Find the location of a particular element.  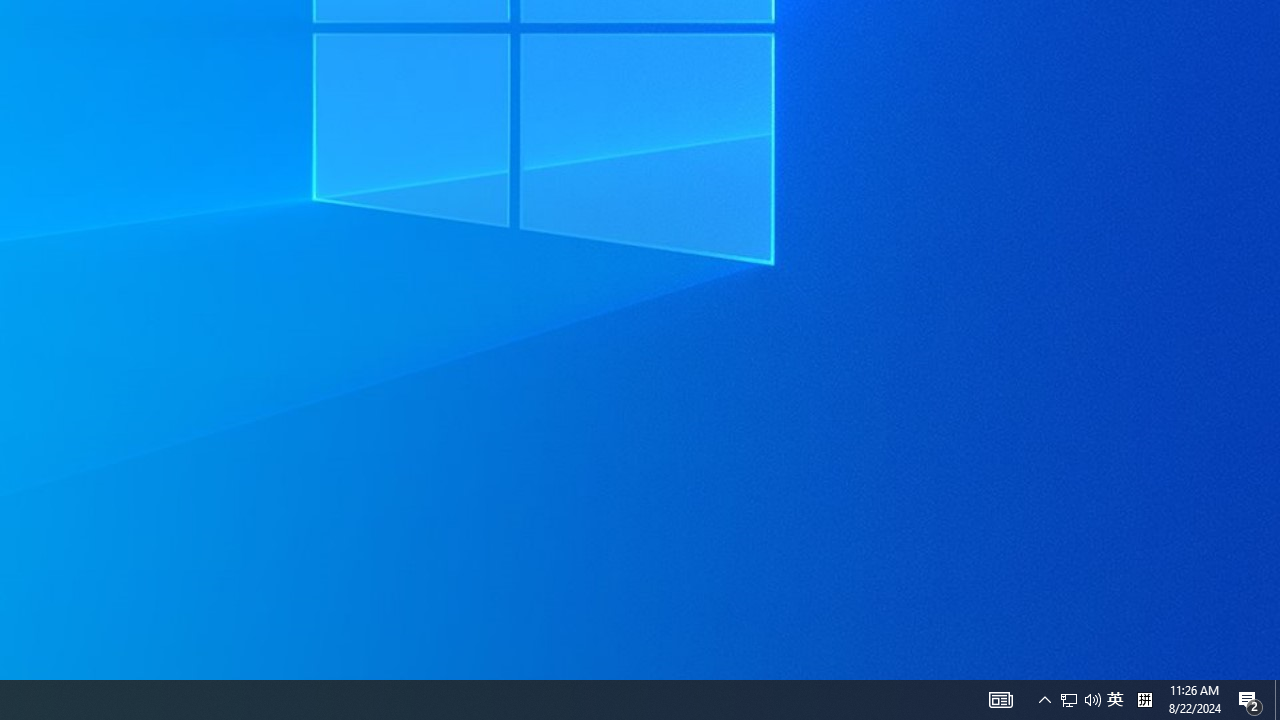

'User Promoted Notification Area' is located at coordinates (1114, 698).